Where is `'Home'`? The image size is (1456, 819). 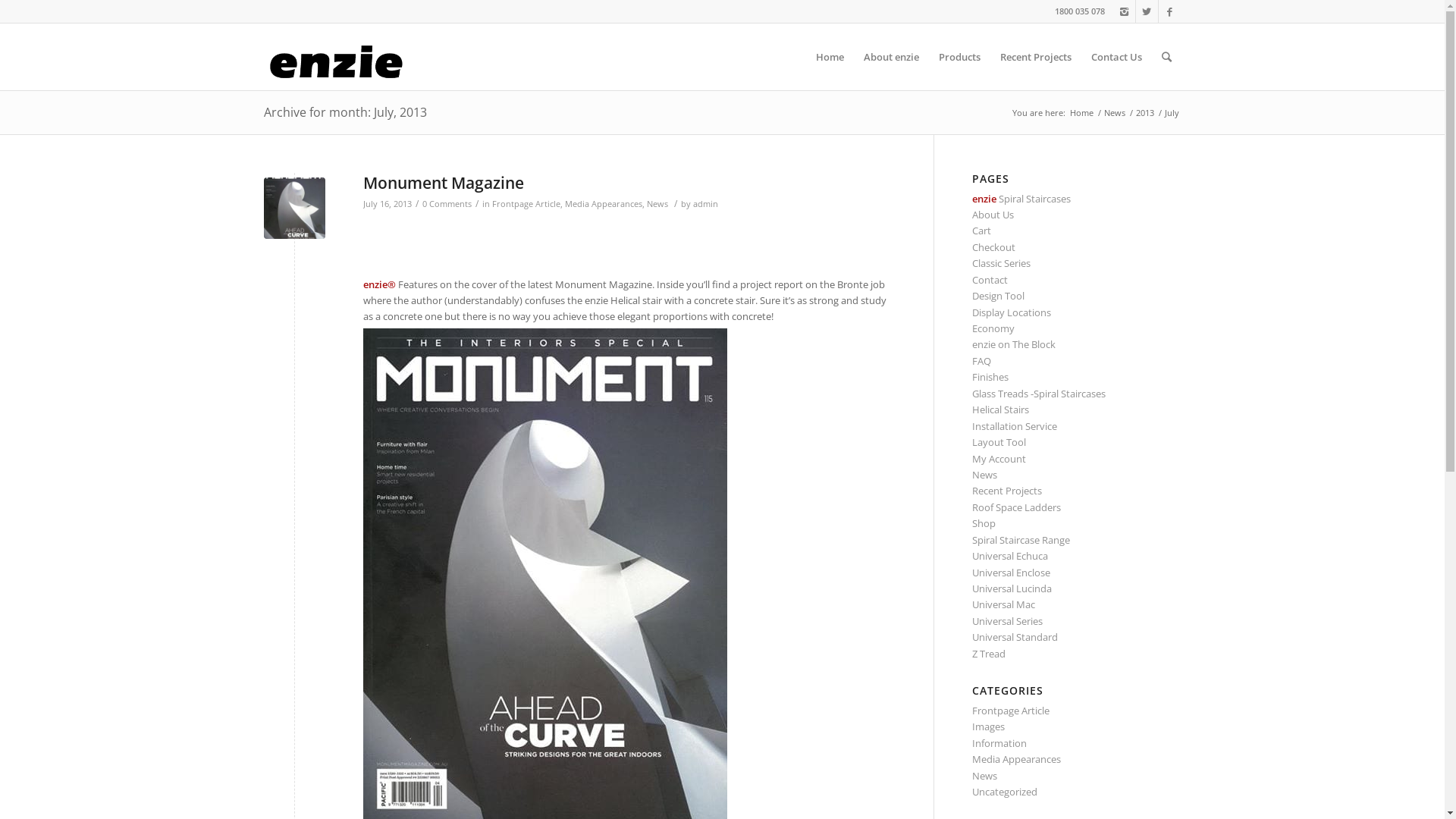 'Home' is located at coordinates (1081, 111).